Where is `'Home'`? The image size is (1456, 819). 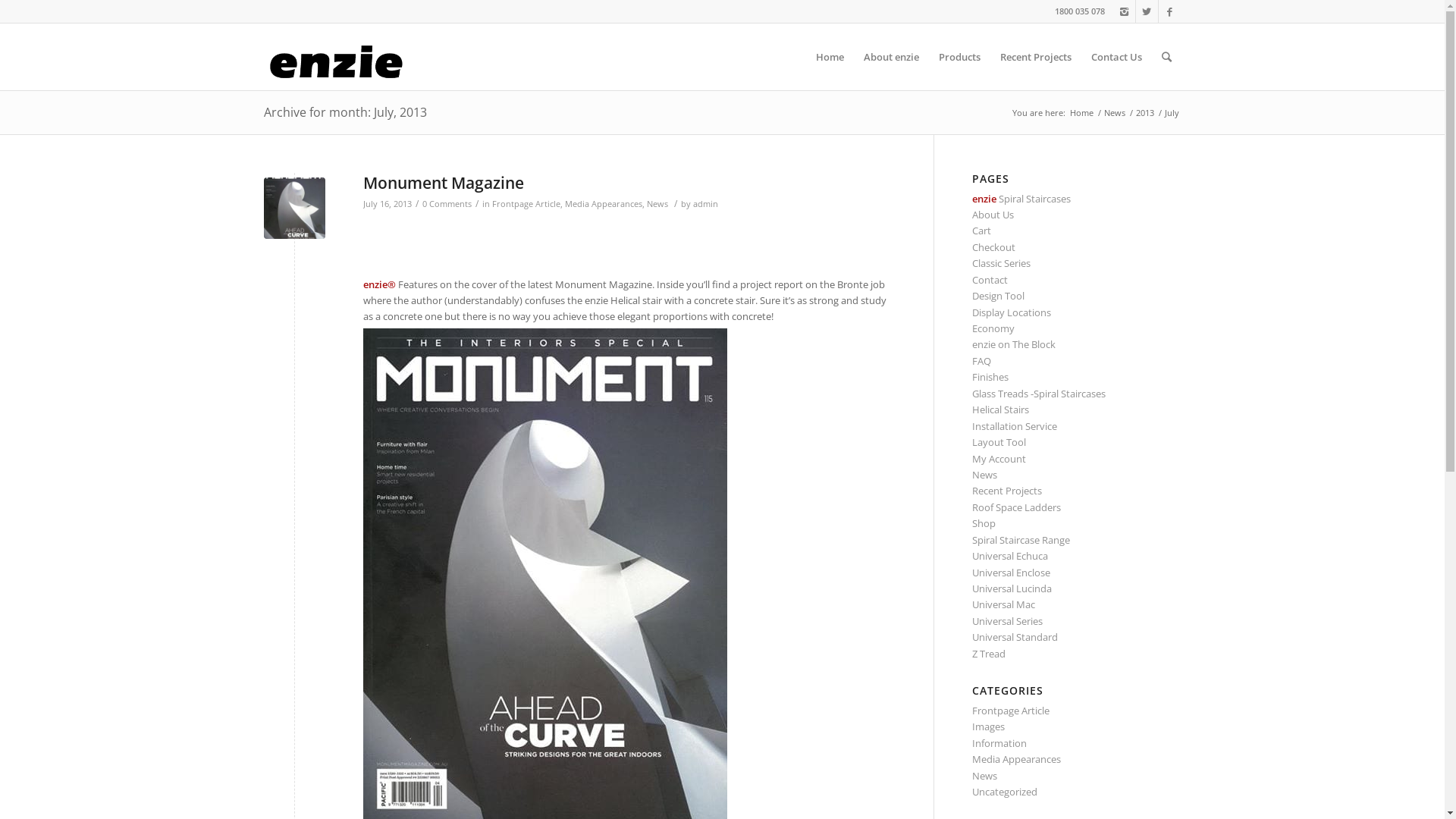 'Home' is located at coordinates (1081, 111).